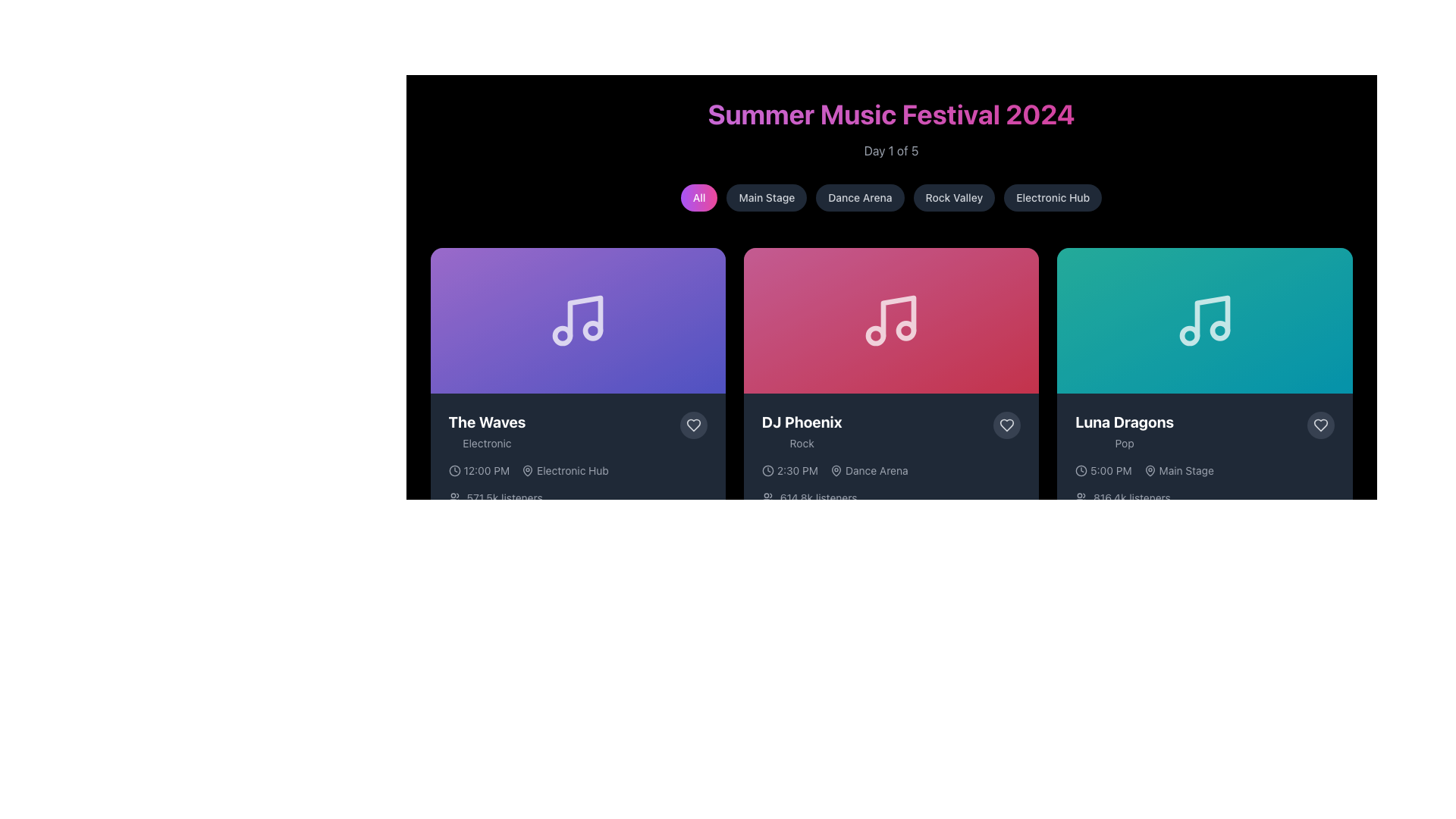 The image size is (1456, 819). Describe the element at coordinates (564, 470) in the screenshot. I see `the Label with an icon indicating the location for the event 'The Waves', which is situated to the right of the displayed time '12:00 PM' in the lower panel of the card` at that location.